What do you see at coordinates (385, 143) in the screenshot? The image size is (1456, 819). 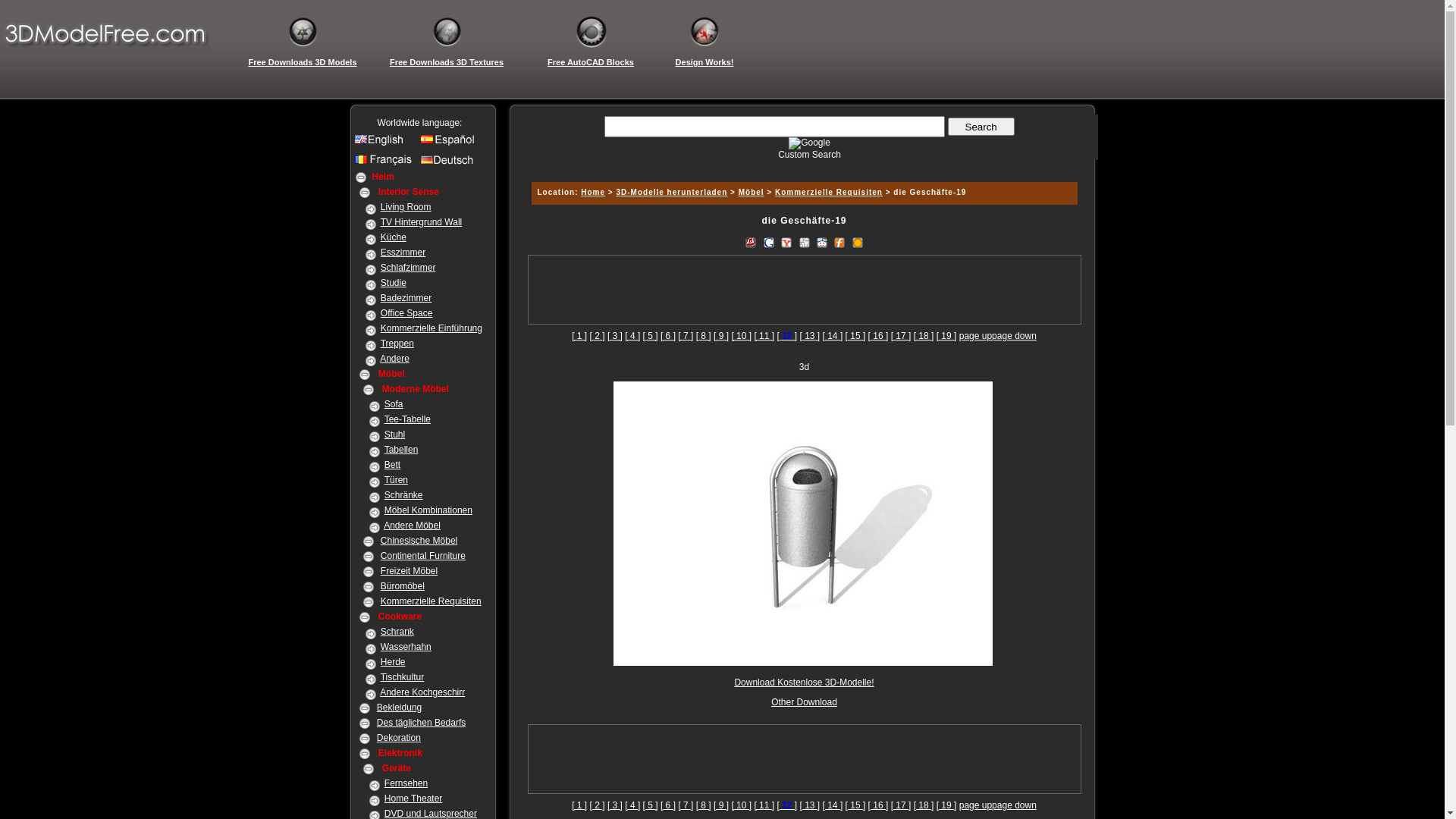 I see `'English site'` at bounding box center [385, 143].